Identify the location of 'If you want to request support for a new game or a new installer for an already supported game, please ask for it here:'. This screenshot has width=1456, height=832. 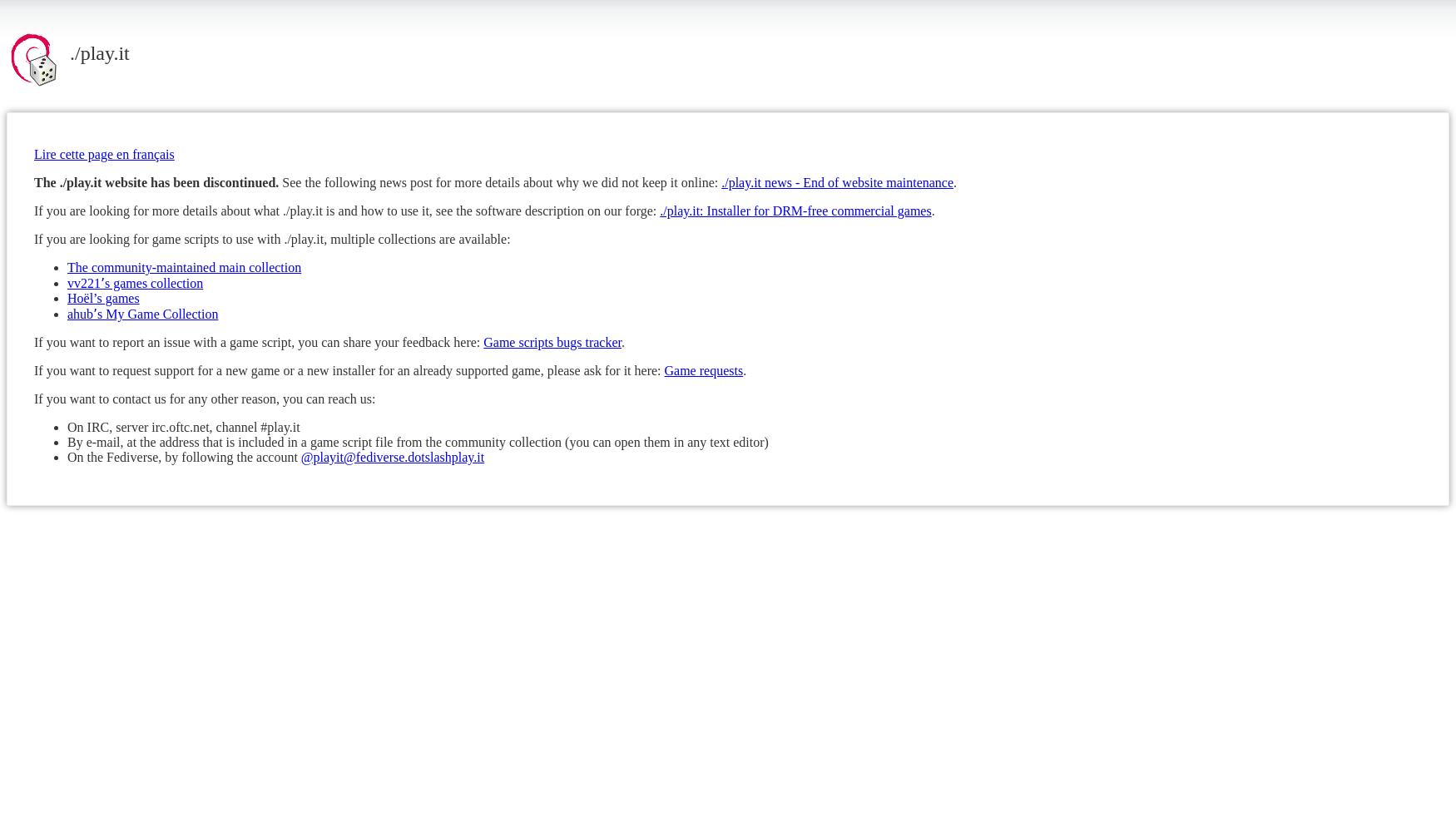
(348, 369).